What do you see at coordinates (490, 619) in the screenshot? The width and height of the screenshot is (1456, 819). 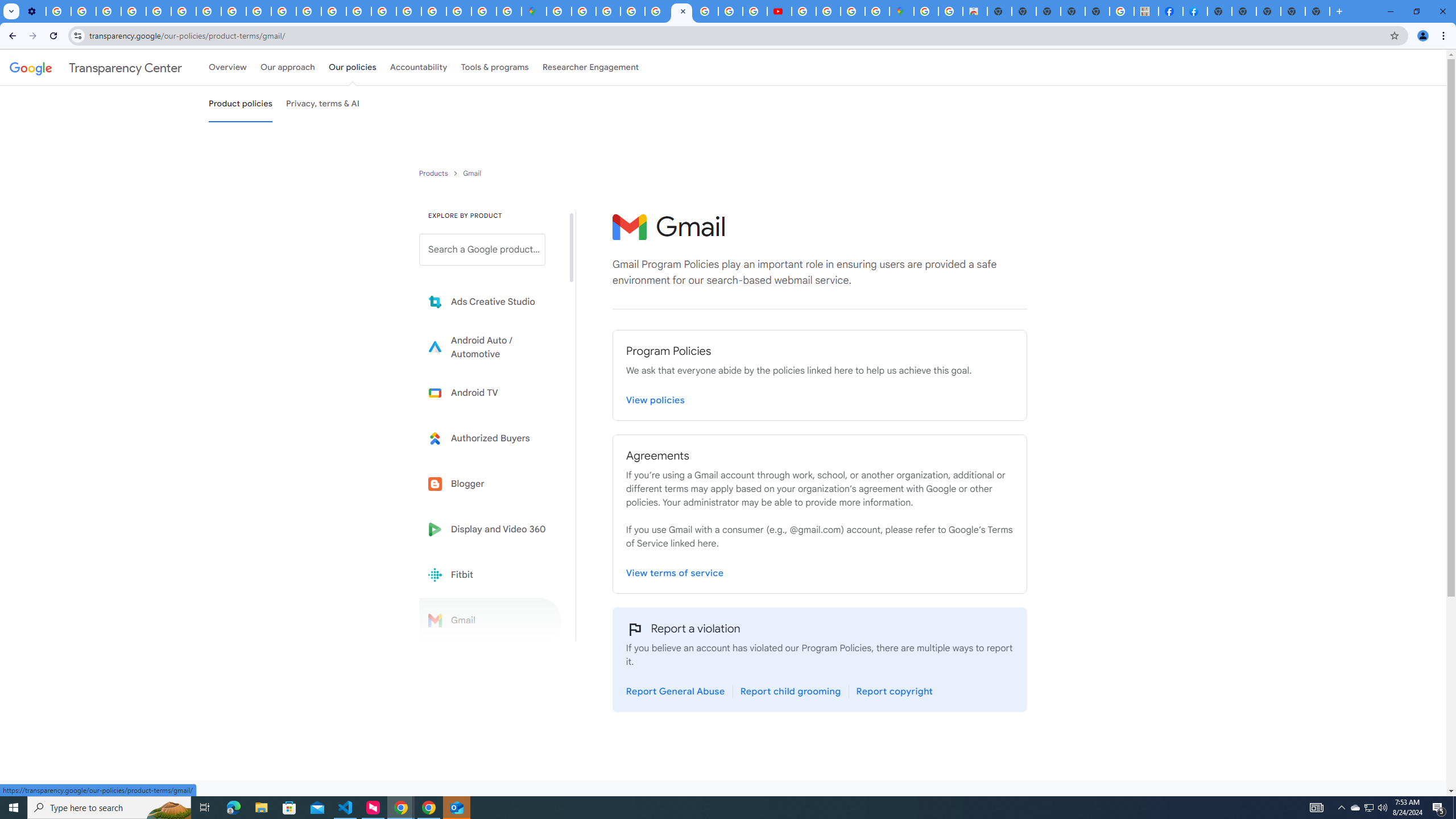 I see `'Gmail'` at bounding box center [490, 619].